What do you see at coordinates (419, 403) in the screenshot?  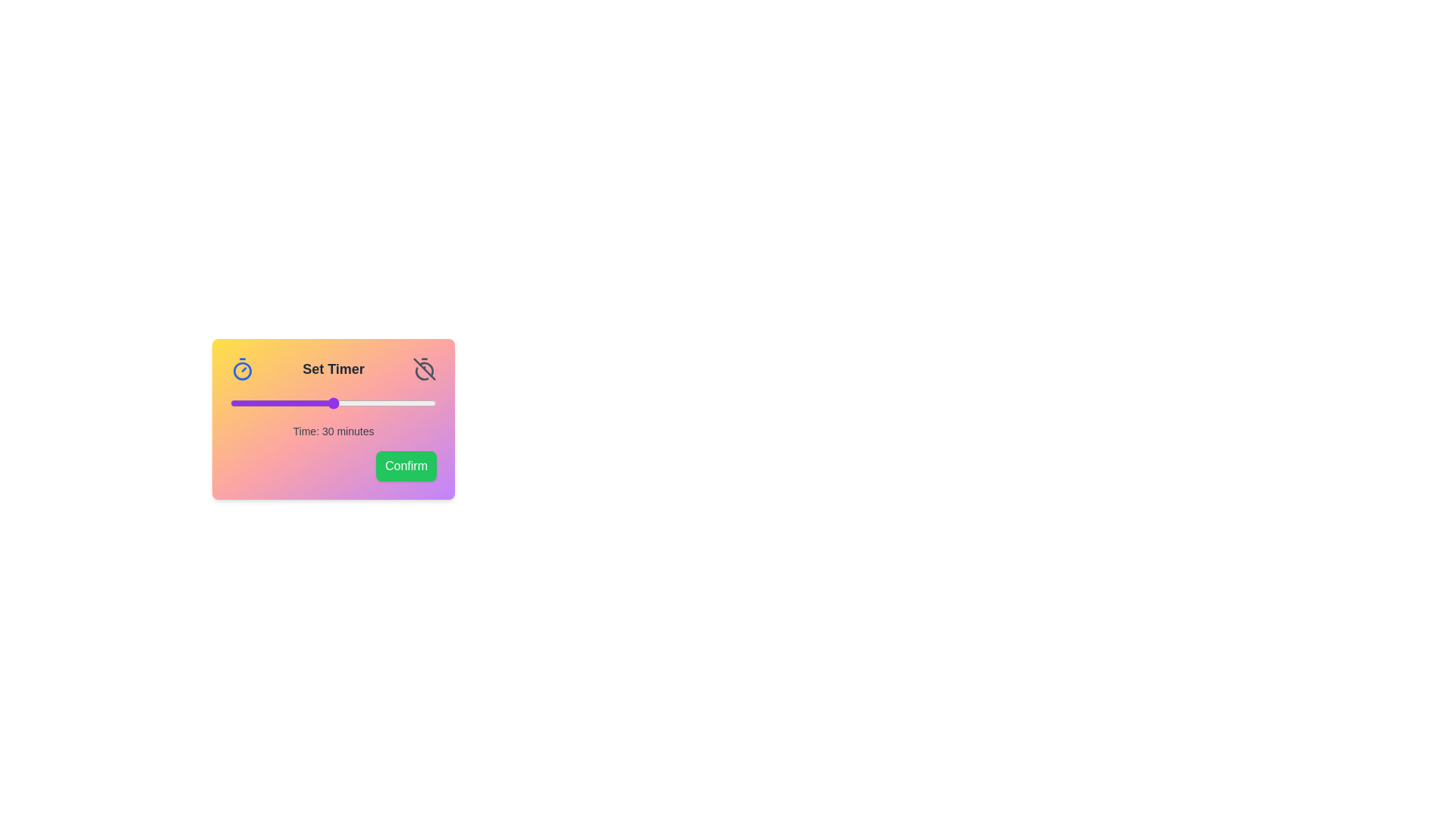 I see `the slider to set the timer to 55 minutes` at bounding box center [419, 403].